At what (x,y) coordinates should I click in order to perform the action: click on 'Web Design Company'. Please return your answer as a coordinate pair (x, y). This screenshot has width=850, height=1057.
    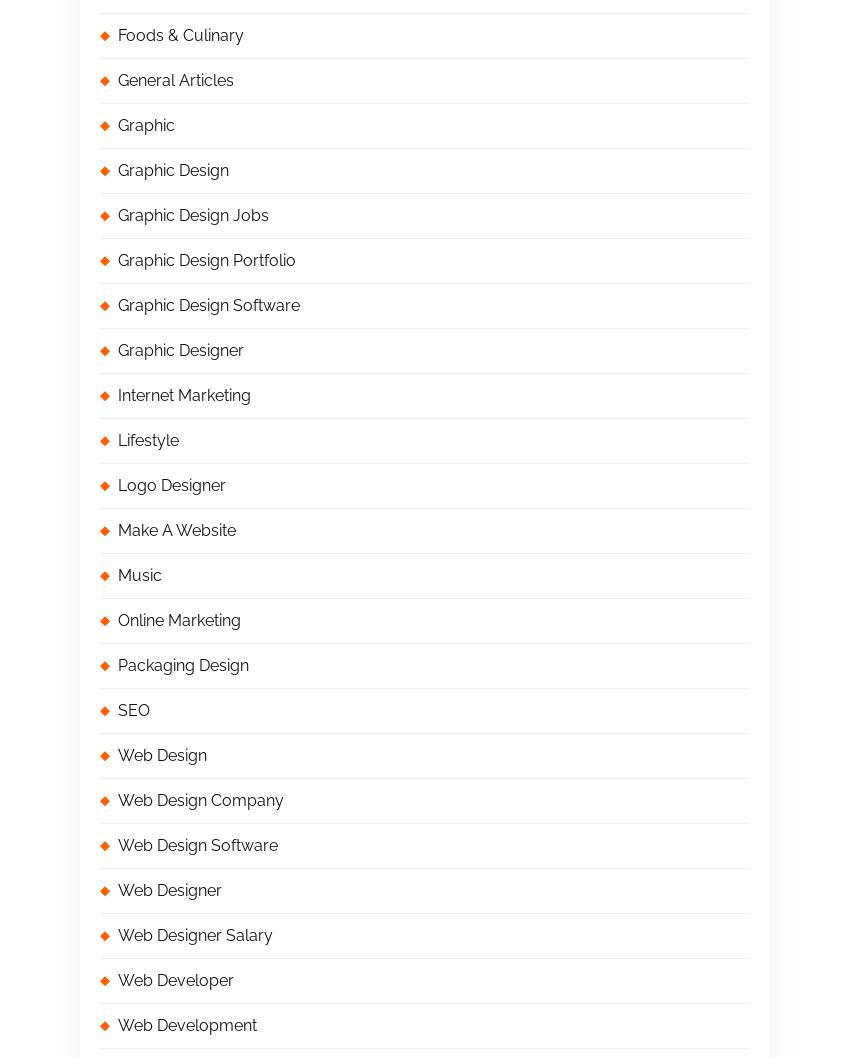
    Looking at the image, I should click on (200, 800).